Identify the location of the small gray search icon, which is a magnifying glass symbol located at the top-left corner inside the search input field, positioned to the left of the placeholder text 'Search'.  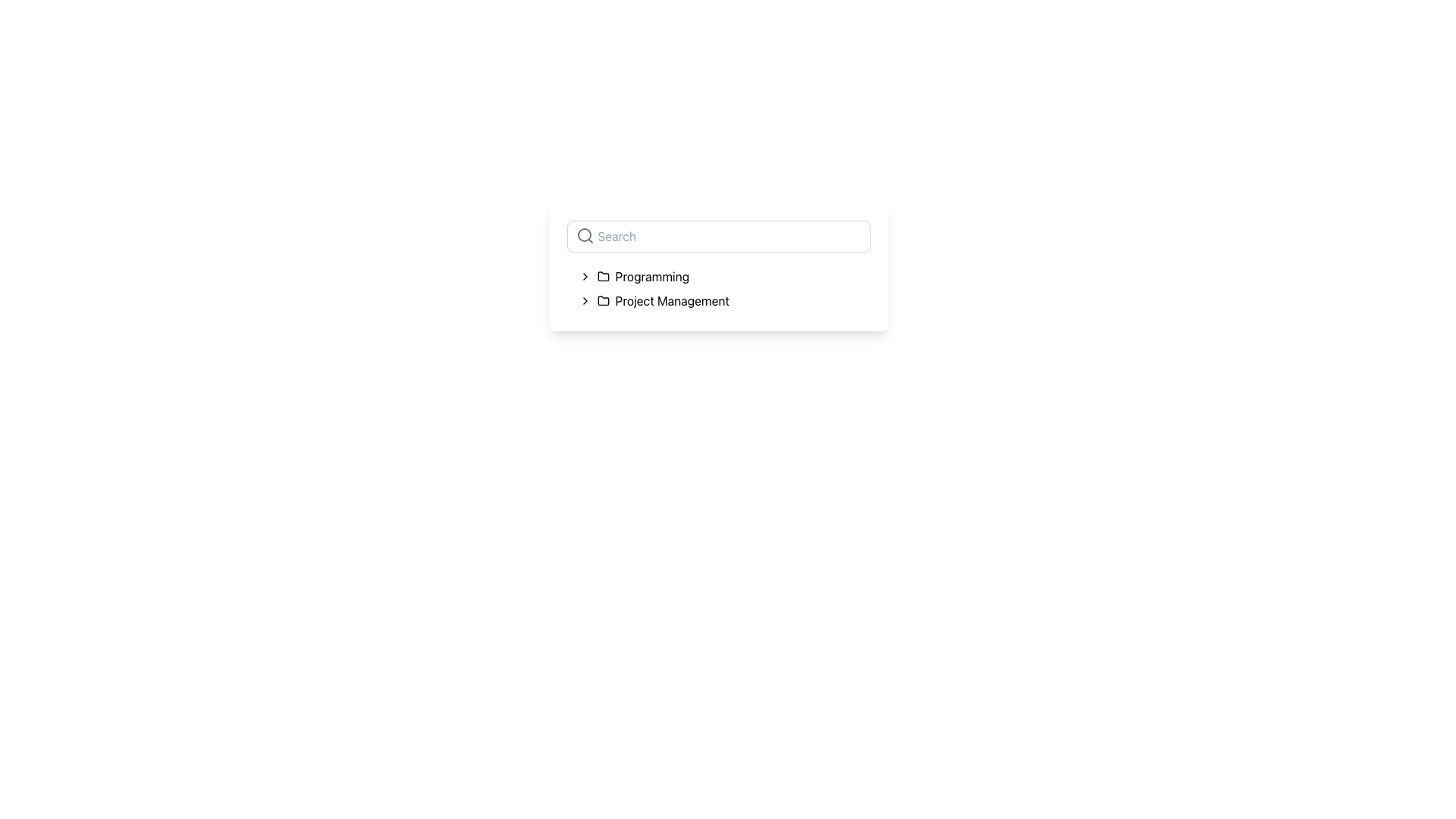
(584, 236).